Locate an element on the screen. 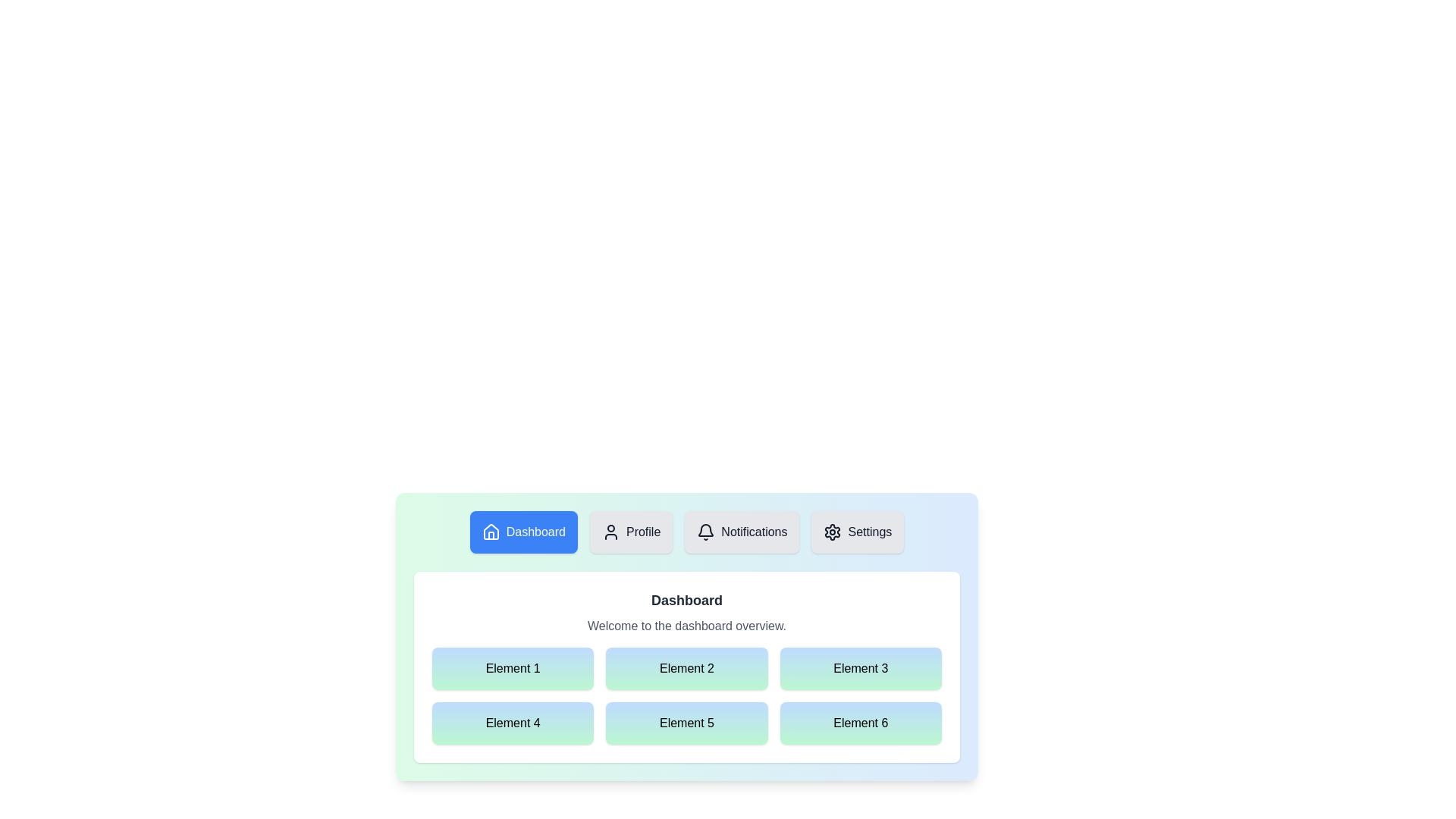  the grid element labeled Element 5 is located at coordinates (686, 722).